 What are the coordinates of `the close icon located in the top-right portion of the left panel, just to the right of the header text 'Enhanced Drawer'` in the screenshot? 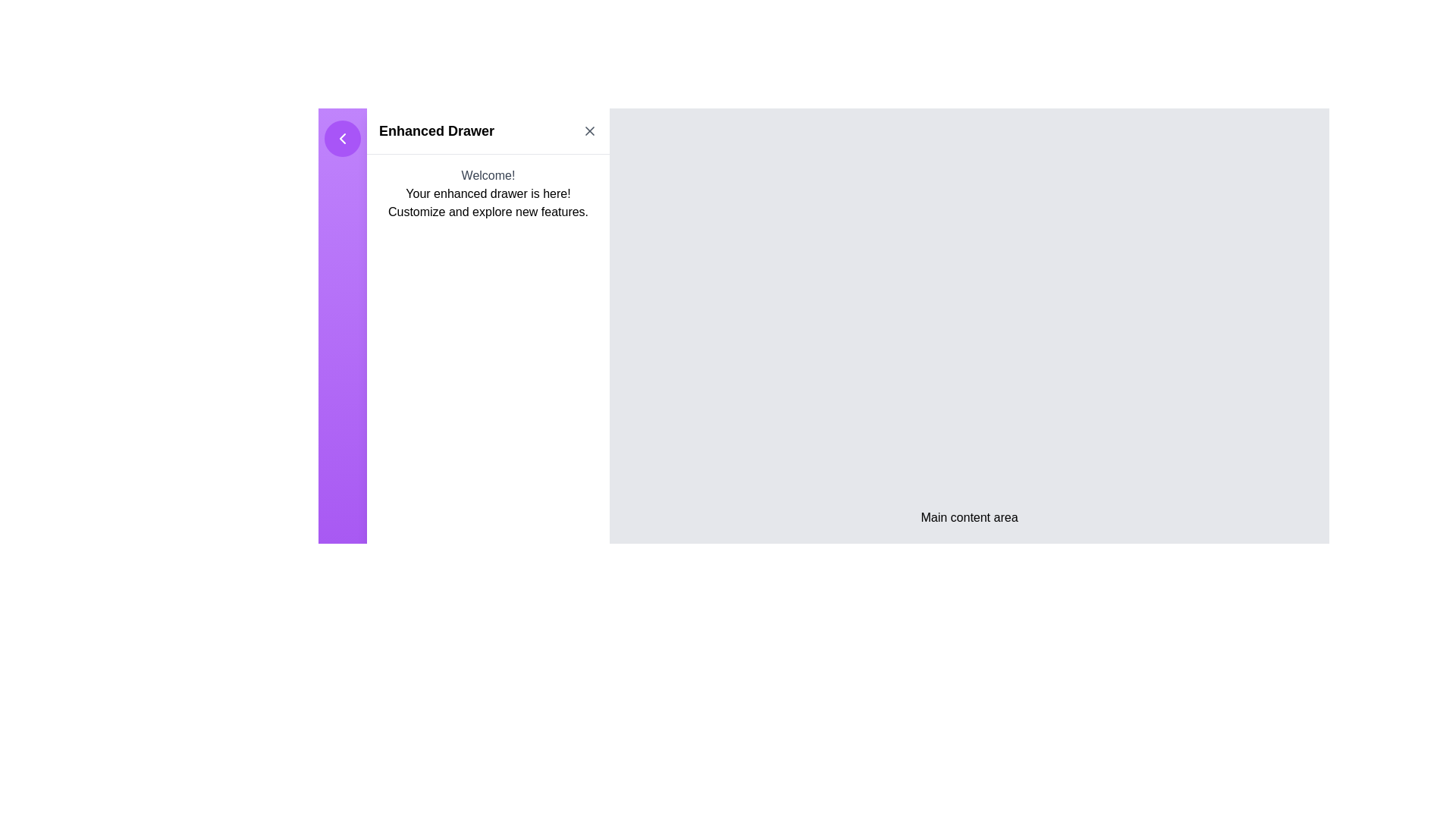 It's located at (588, 130).